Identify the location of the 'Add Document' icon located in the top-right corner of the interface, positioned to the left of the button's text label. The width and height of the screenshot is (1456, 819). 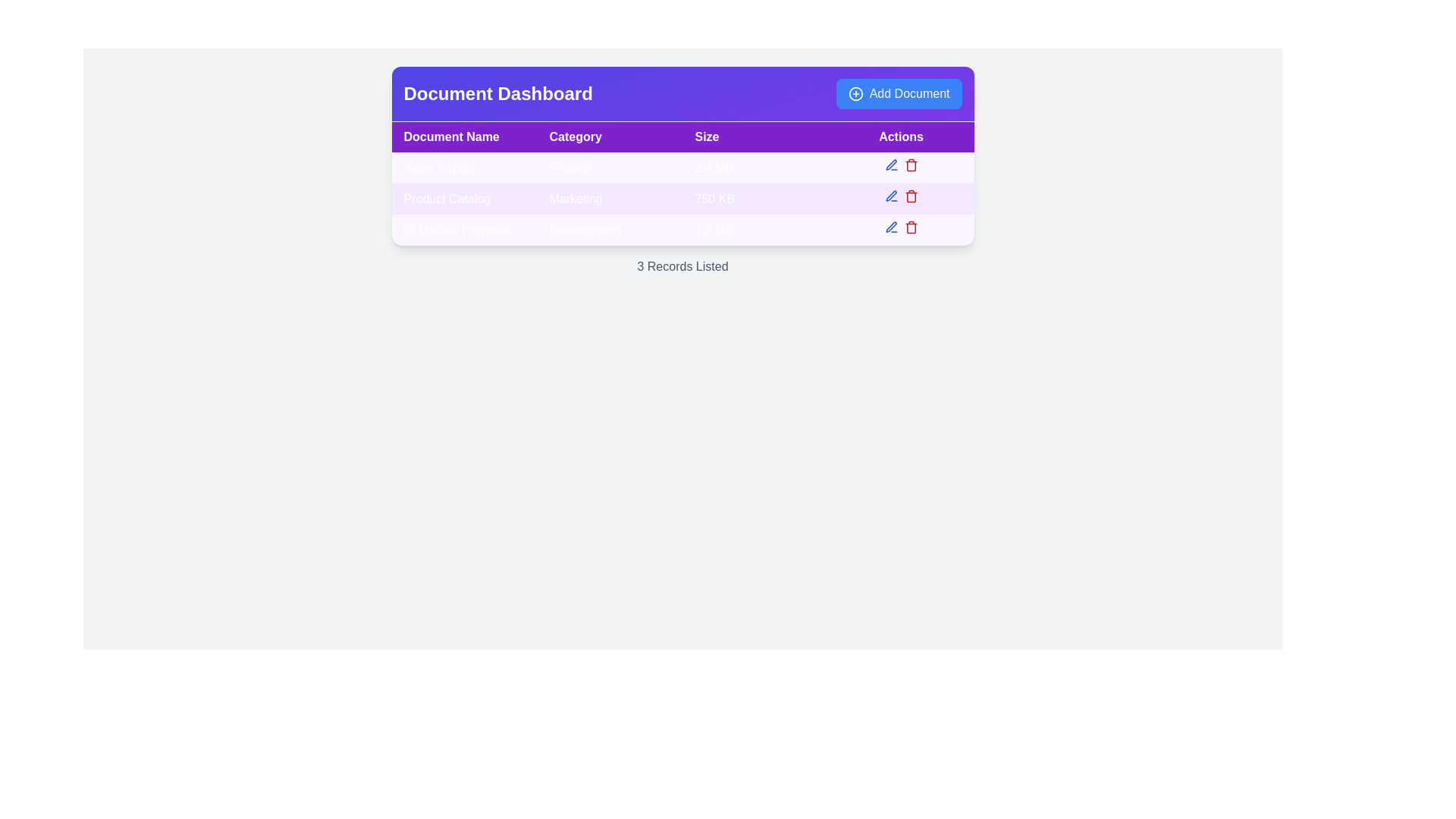
(855, 93).